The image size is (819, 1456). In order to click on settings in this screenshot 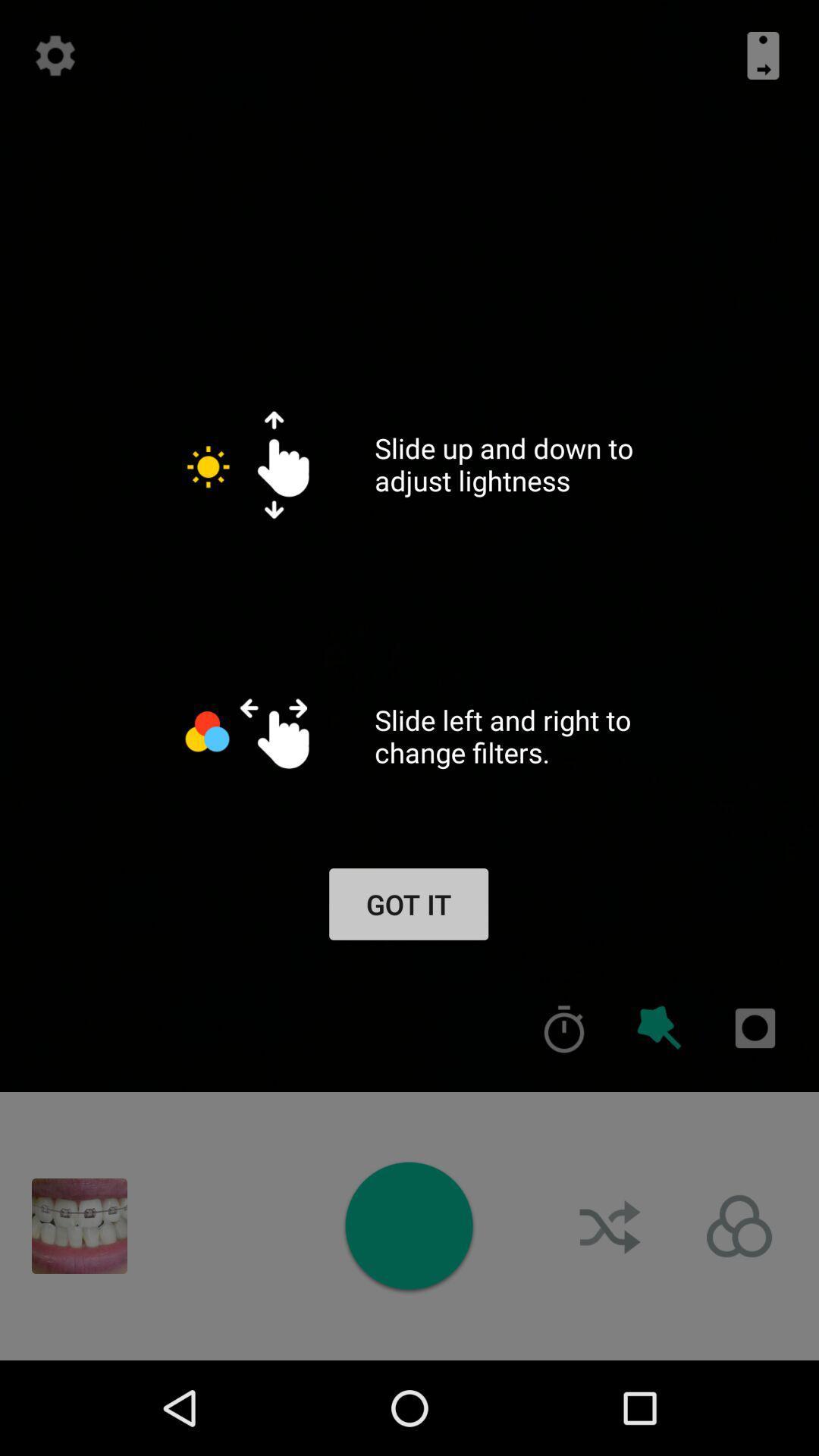, I will do `click(55, 55)`.